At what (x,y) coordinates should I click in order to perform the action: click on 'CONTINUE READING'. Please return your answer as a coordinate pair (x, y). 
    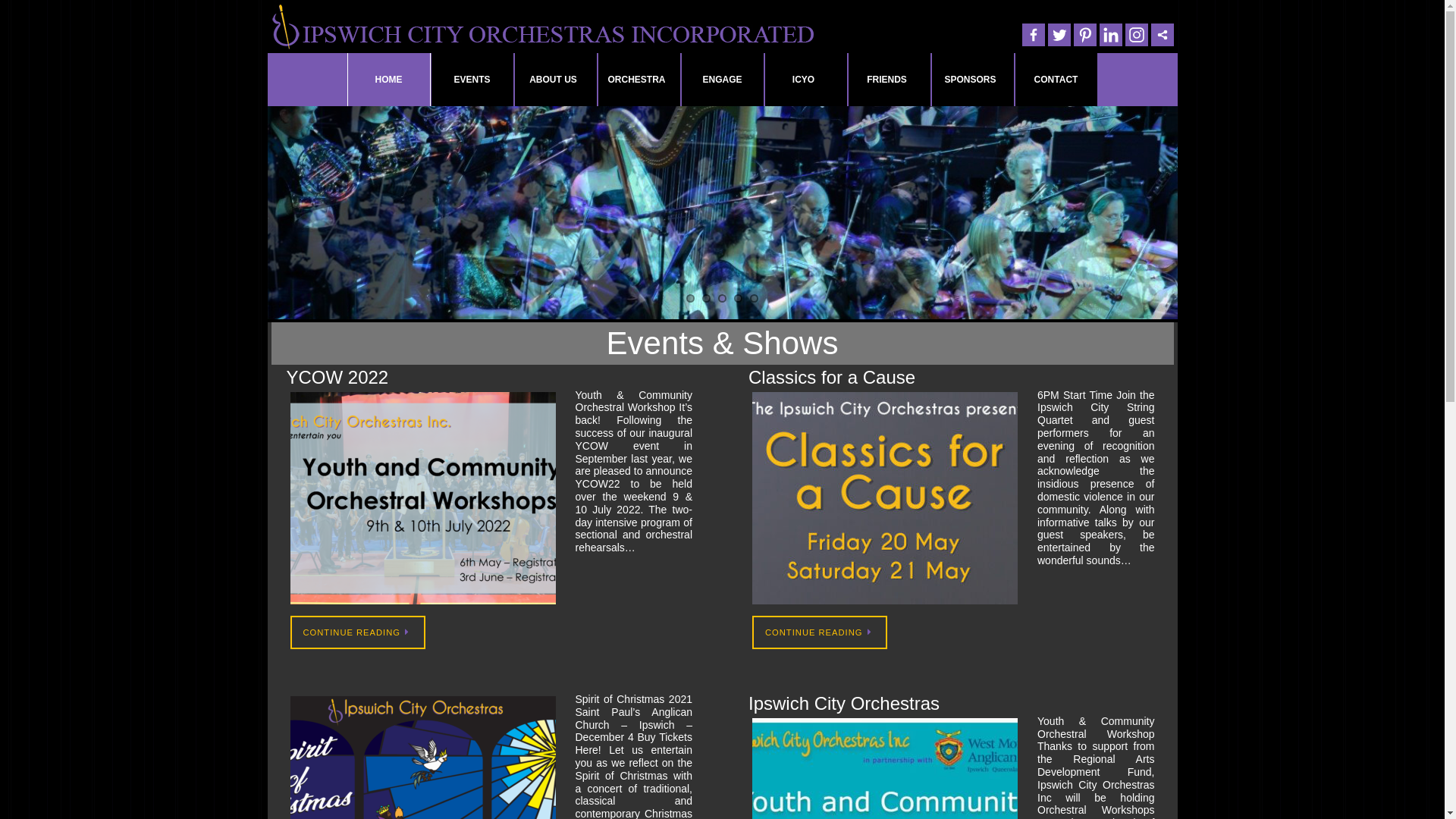
    Looking at the image, I should click on (818, 632).